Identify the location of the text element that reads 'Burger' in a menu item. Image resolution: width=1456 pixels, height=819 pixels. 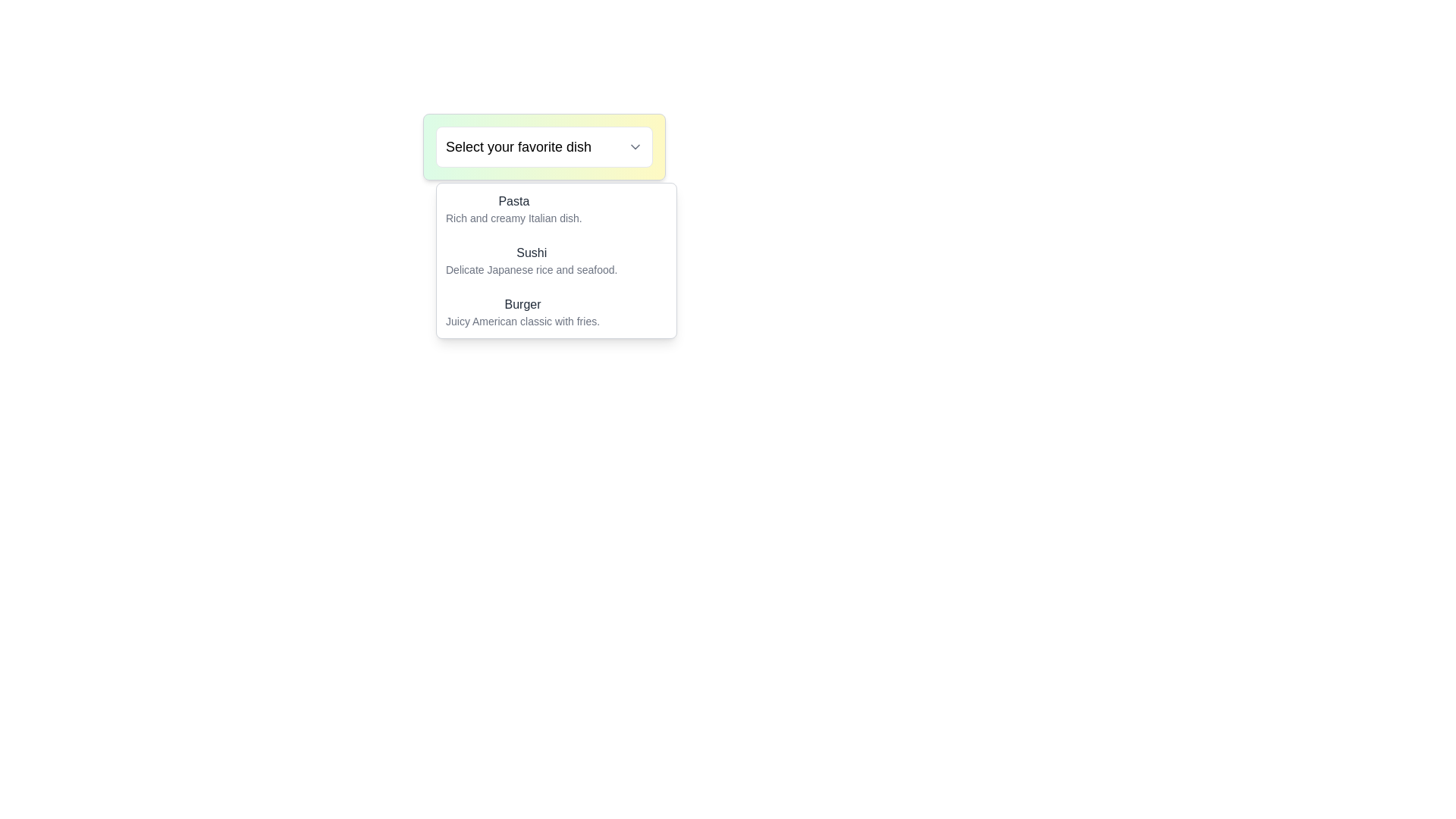
(522, 312).